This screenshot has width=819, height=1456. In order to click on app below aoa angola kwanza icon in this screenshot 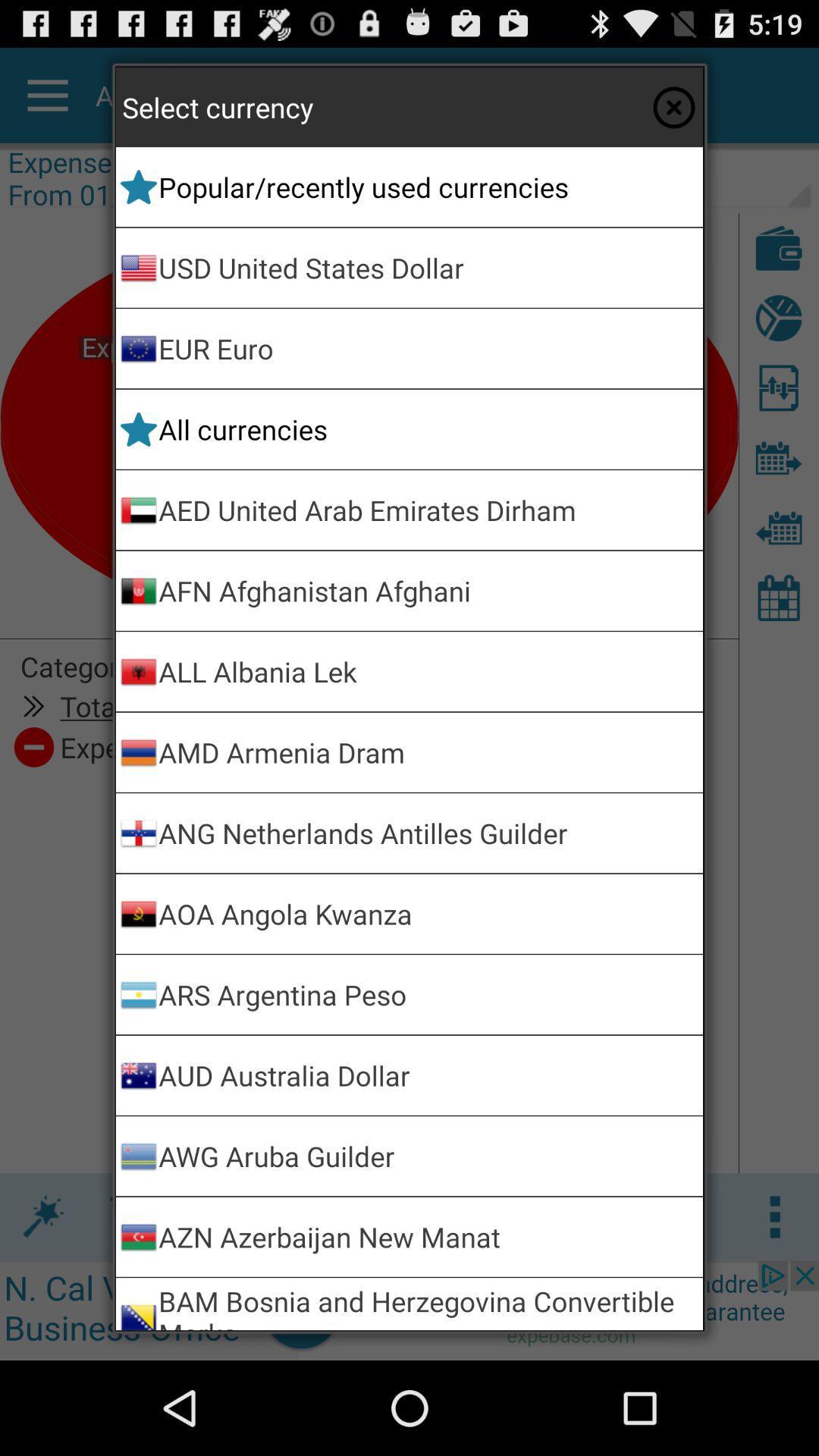, I will do `click(428, 994)`.